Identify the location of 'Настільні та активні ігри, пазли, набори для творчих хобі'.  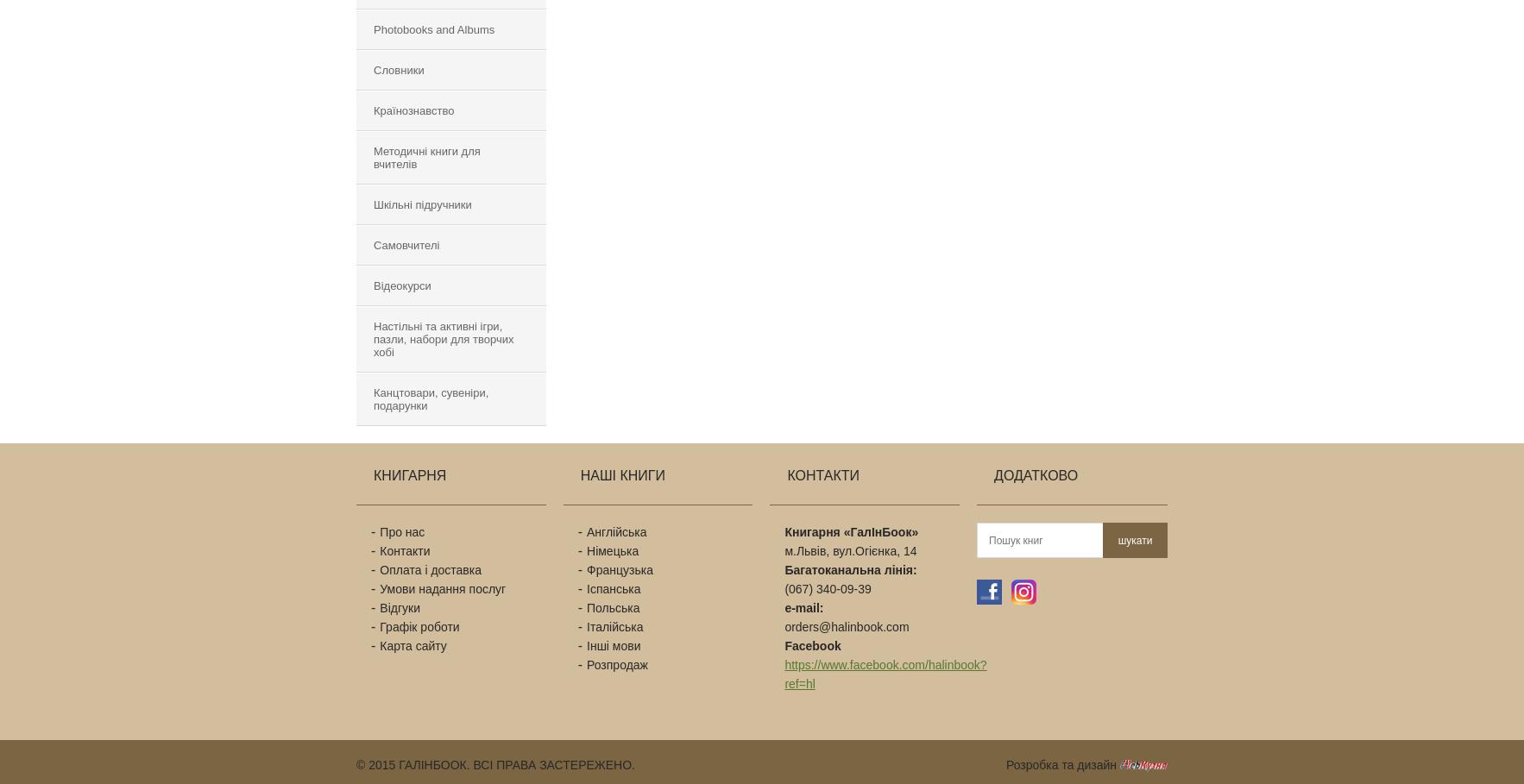
(444, 339).